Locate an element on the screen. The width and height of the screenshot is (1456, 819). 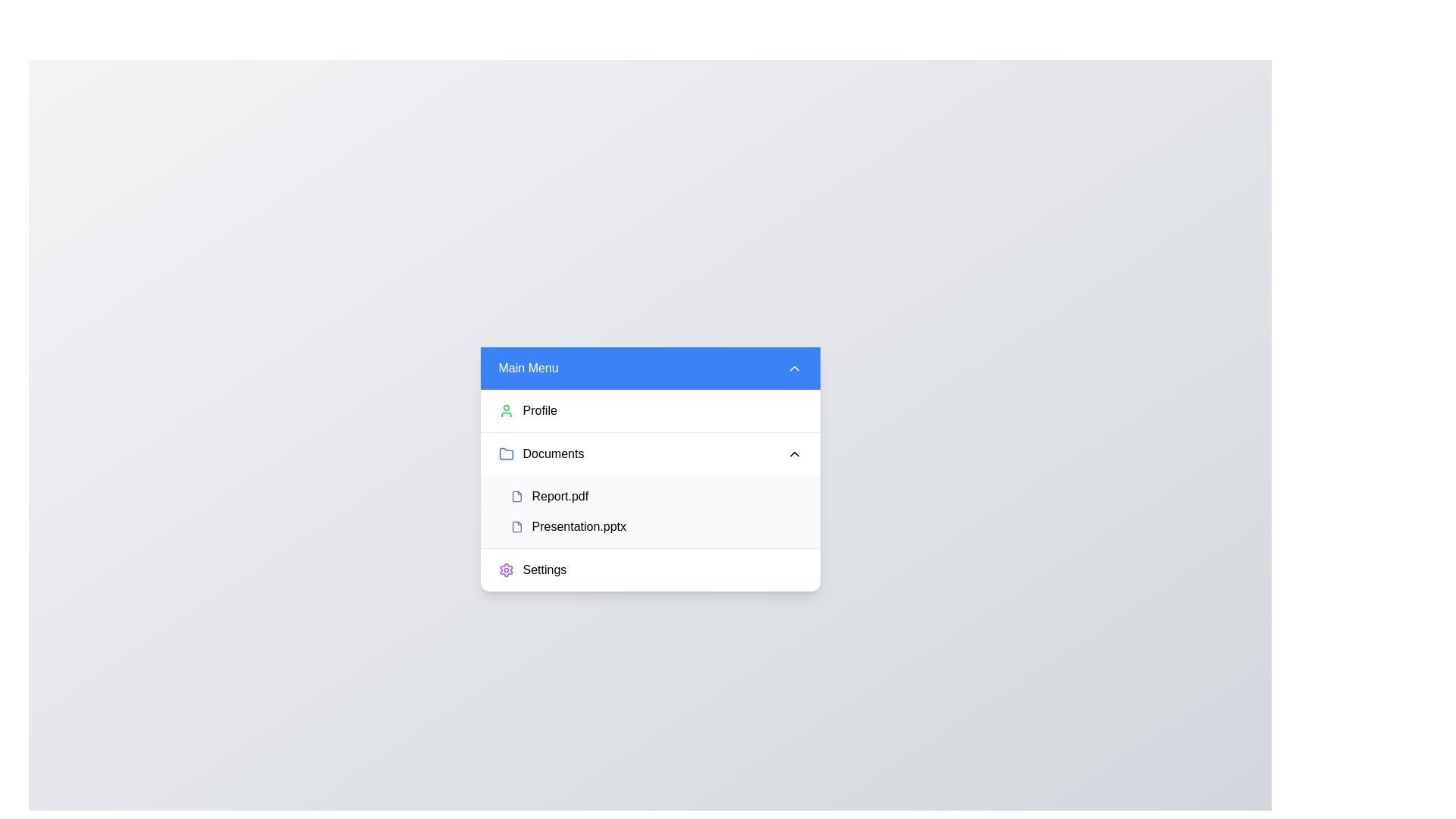
the file icon representing 'Presentation.pptx', which is styled with a gray outline and located as the fourth entry in the Documents list is located at coordinates (516, 526).